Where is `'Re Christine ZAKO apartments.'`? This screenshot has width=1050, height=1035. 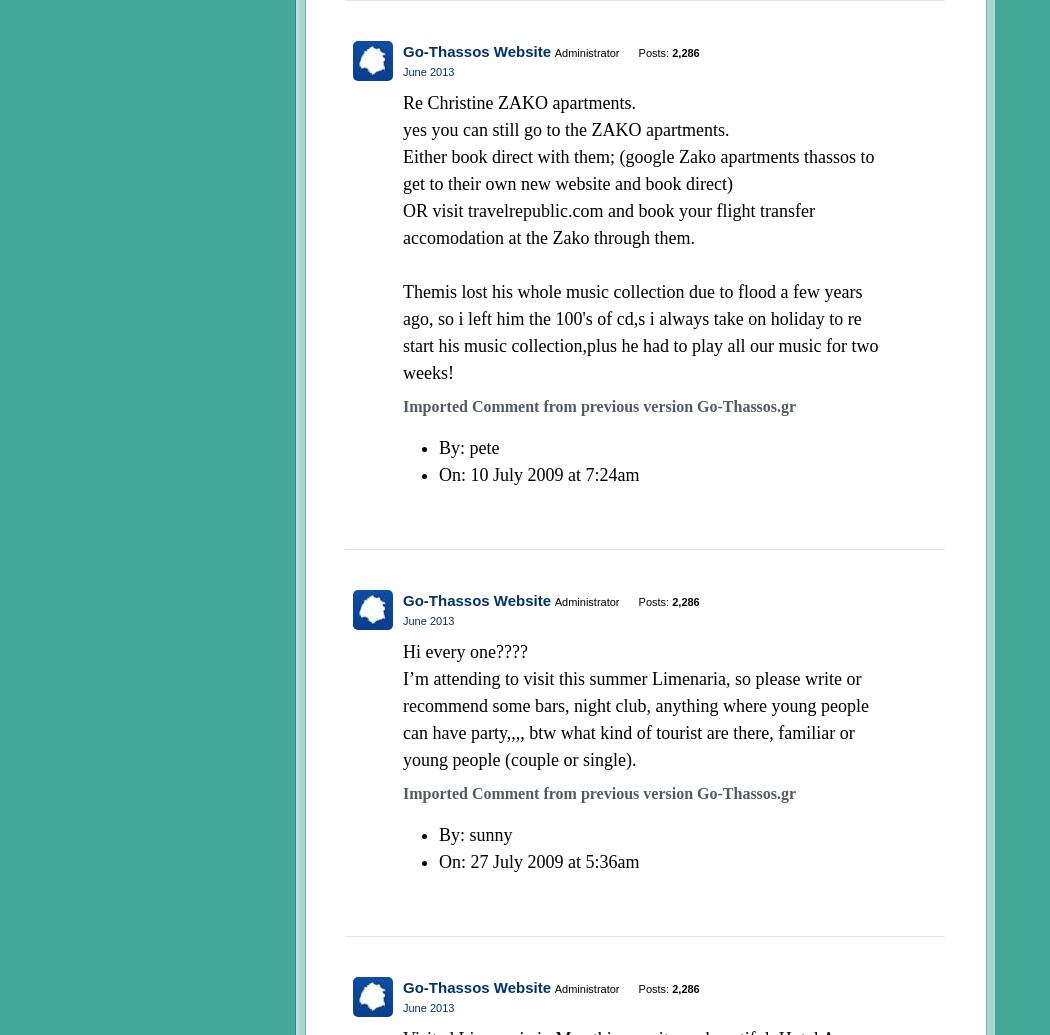 'Re Christine ZAKO apartments.' is located at coordinates (518, 102).